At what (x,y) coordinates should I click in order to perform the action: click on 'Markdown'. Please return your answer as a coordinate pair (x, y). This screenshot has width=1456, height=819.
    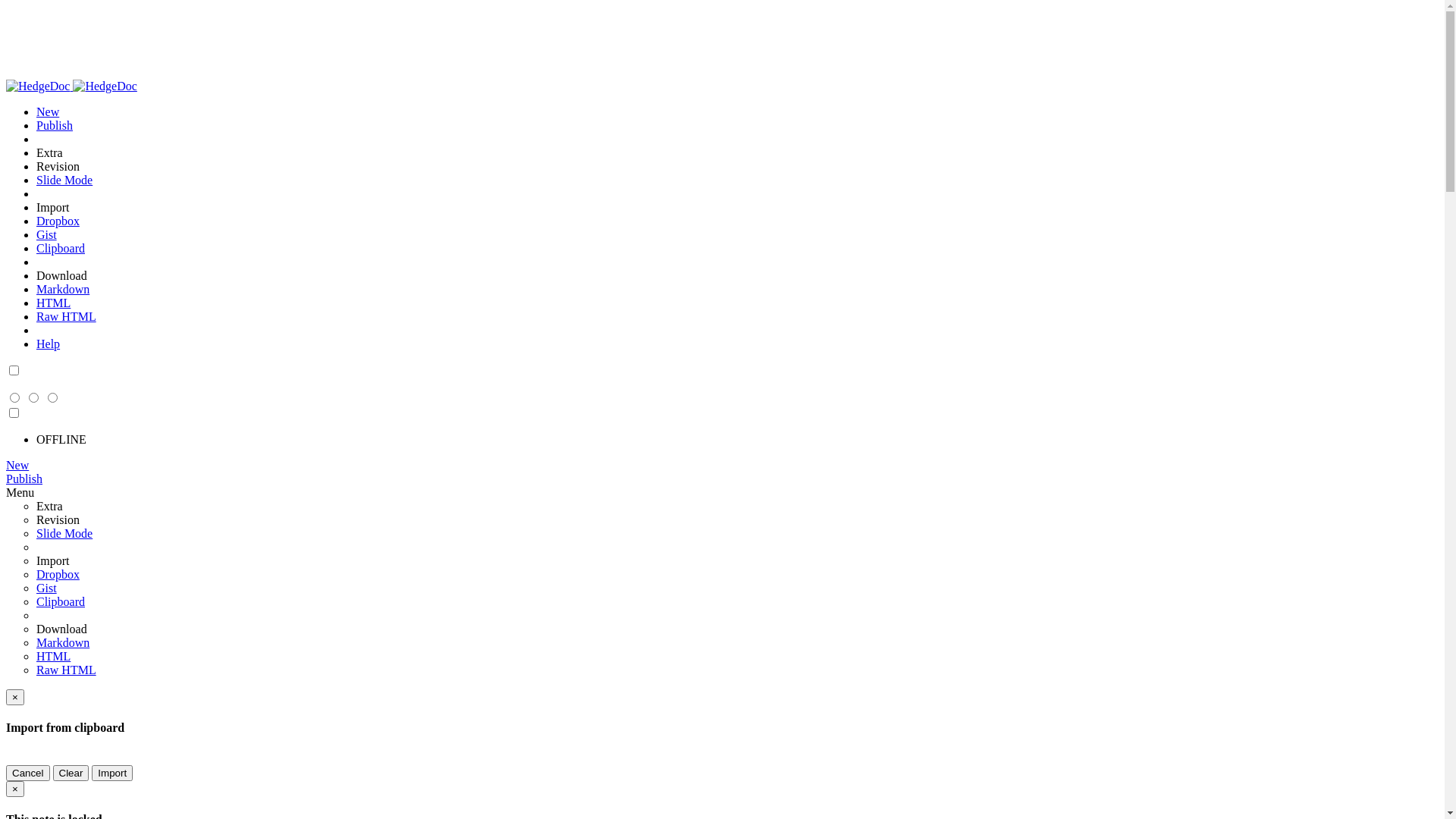
    Looking at the image, I should click on (36, 289).